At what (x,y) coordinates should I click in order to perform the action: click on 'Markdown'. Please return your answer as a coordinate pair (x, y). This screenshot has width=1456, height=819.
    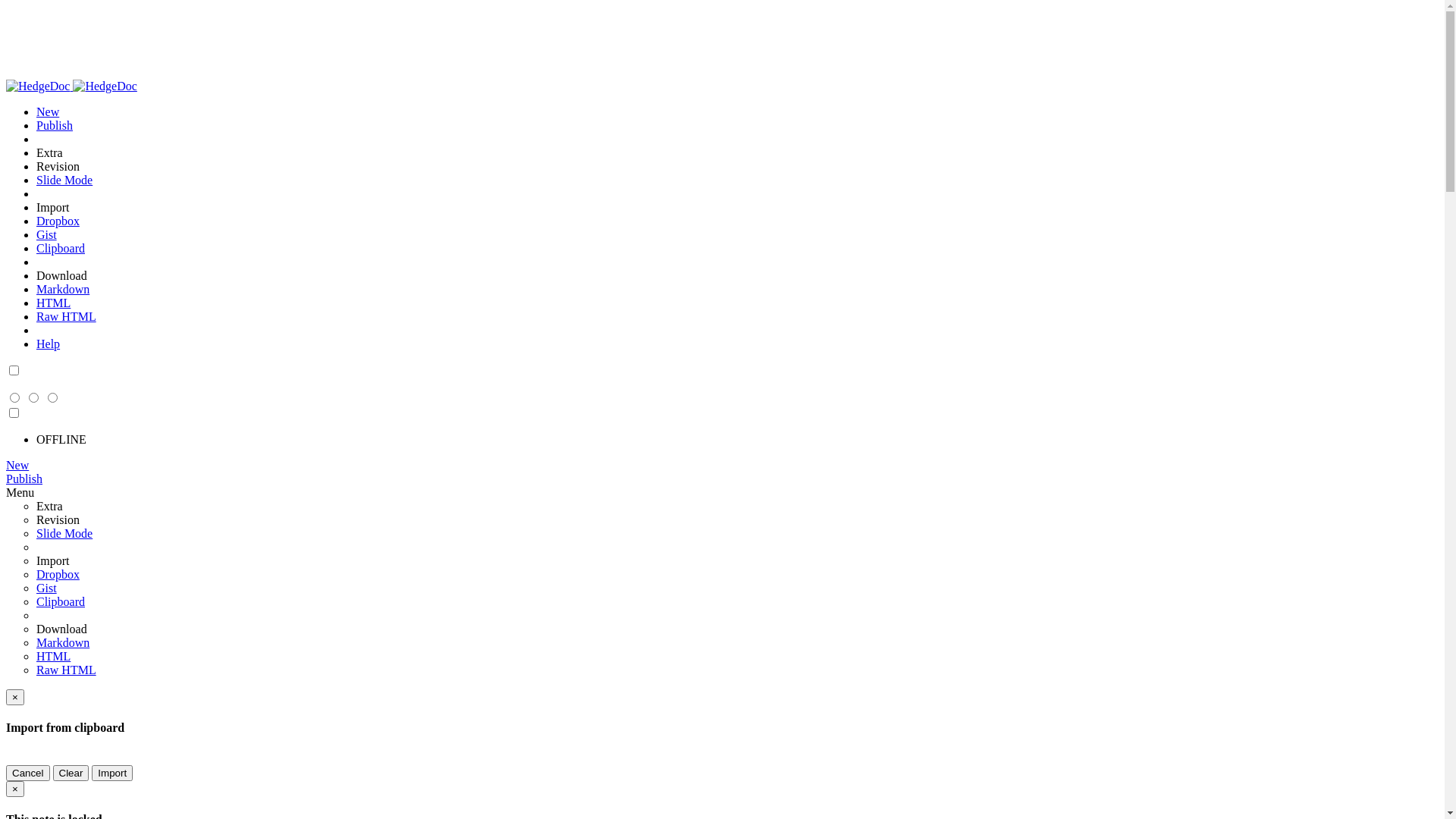
    Looking at the image, I should click on (36, 289).